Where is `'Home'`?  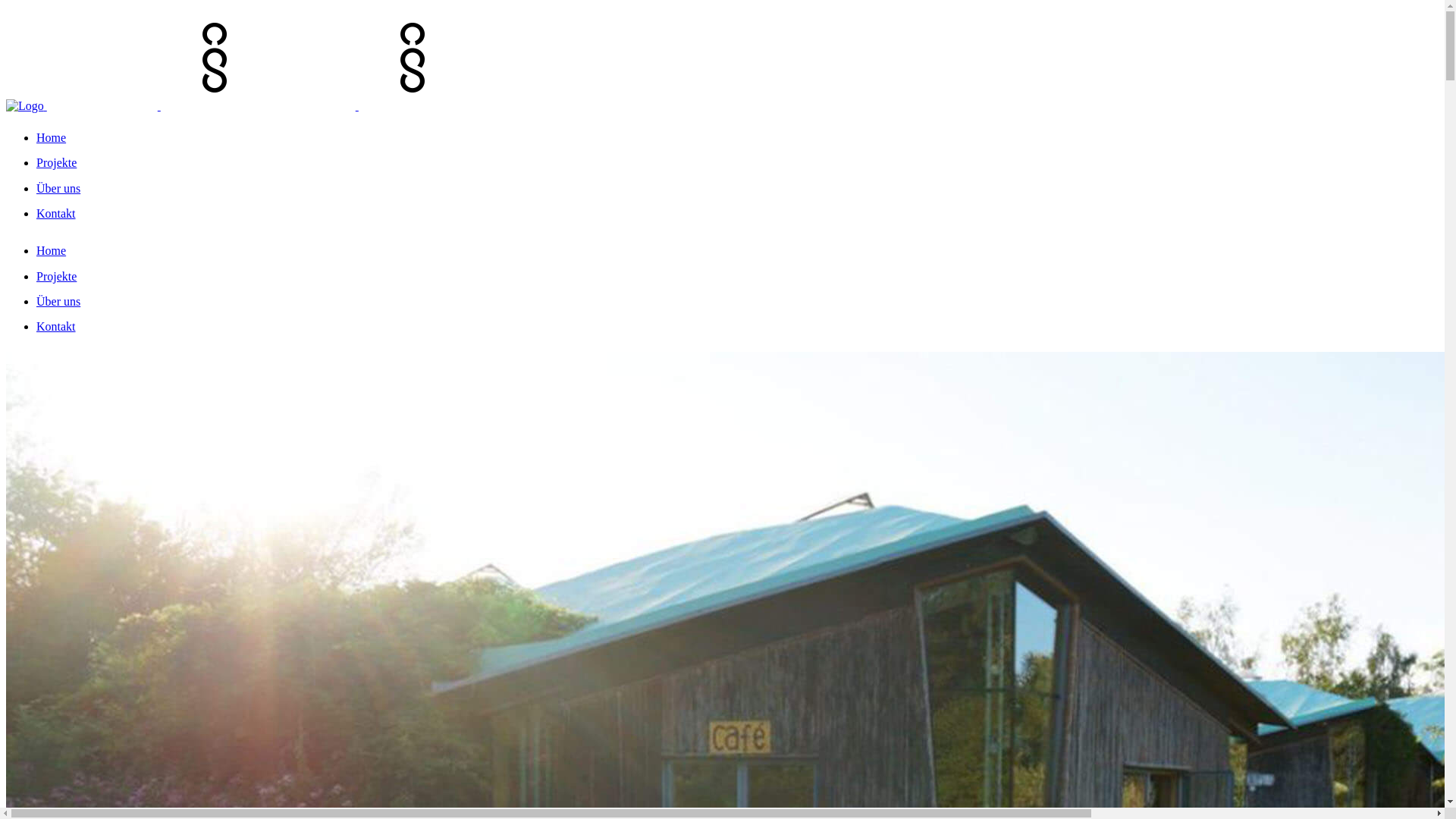
'Home' is located at coordinates (36, 137).